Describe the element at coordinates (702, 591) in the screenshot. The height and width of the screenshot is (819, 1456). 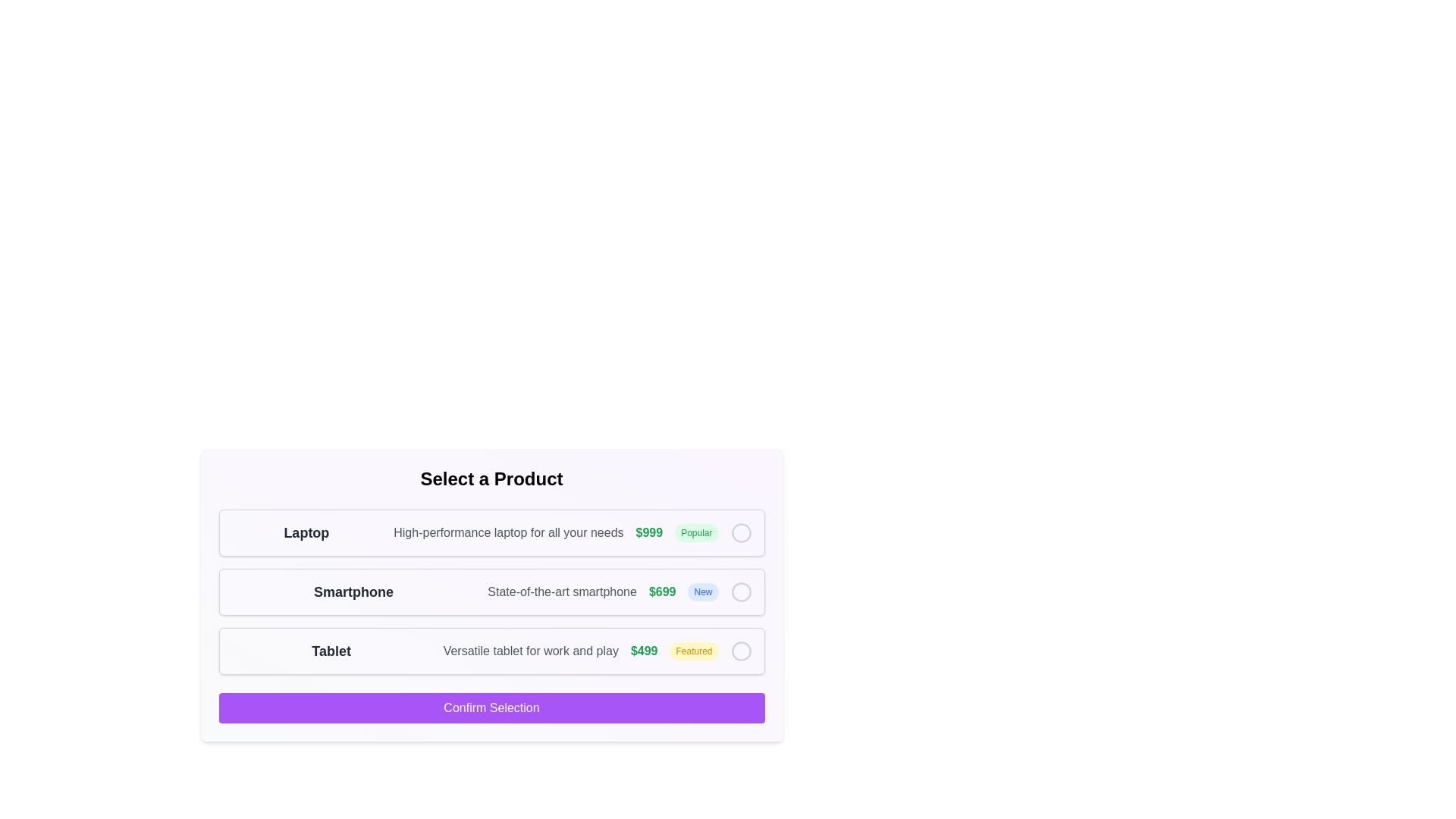
I see `the non-interactive badge indicating the new status of the smartphone product, located to the immediate right of the price ('$699')` at that location.